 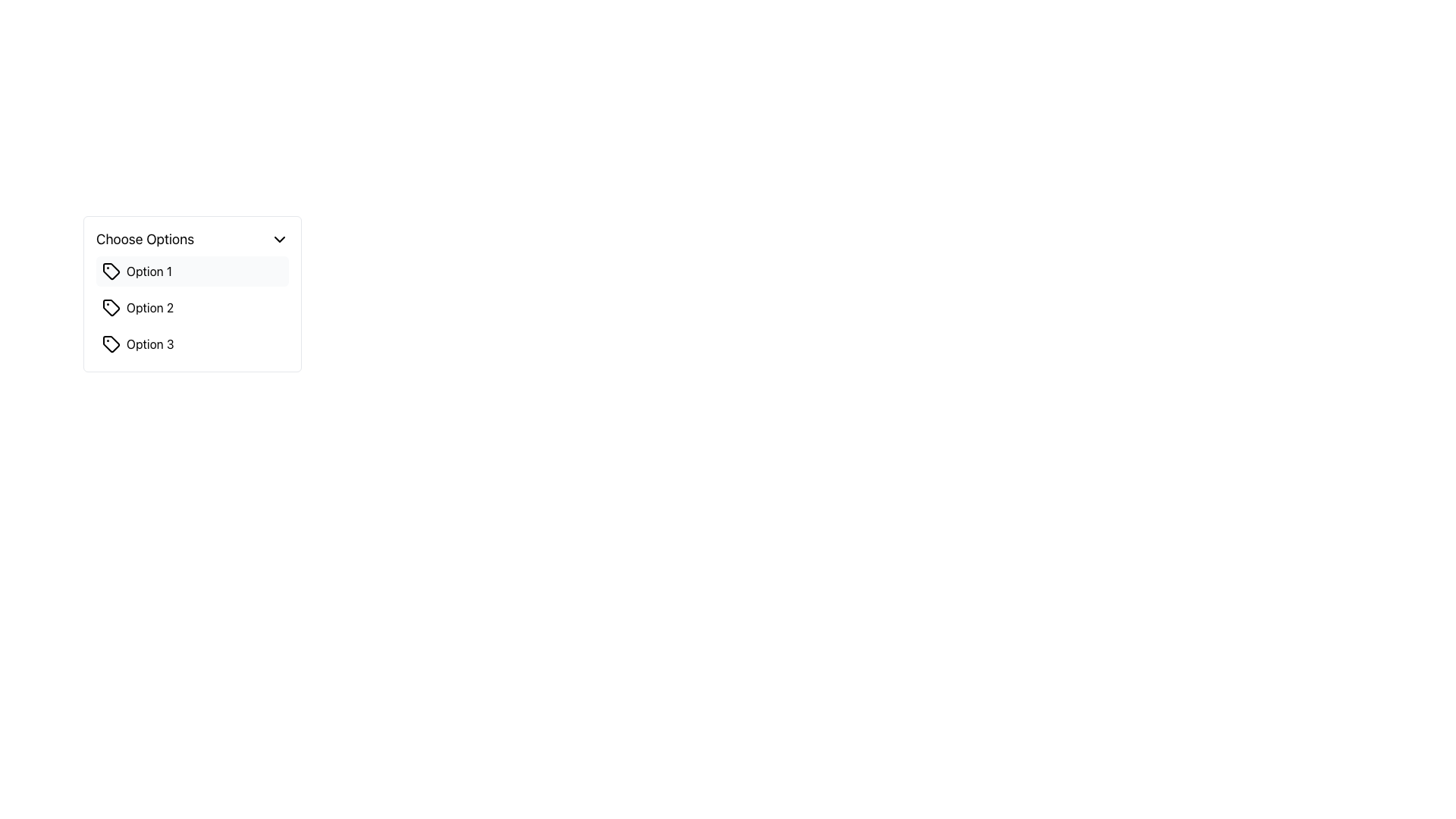 What do you see at coordinates (192, 307) in the screenshot?
I see `the second option in the 'Choose Options' dropdown list` at bounding box center [192, 307].